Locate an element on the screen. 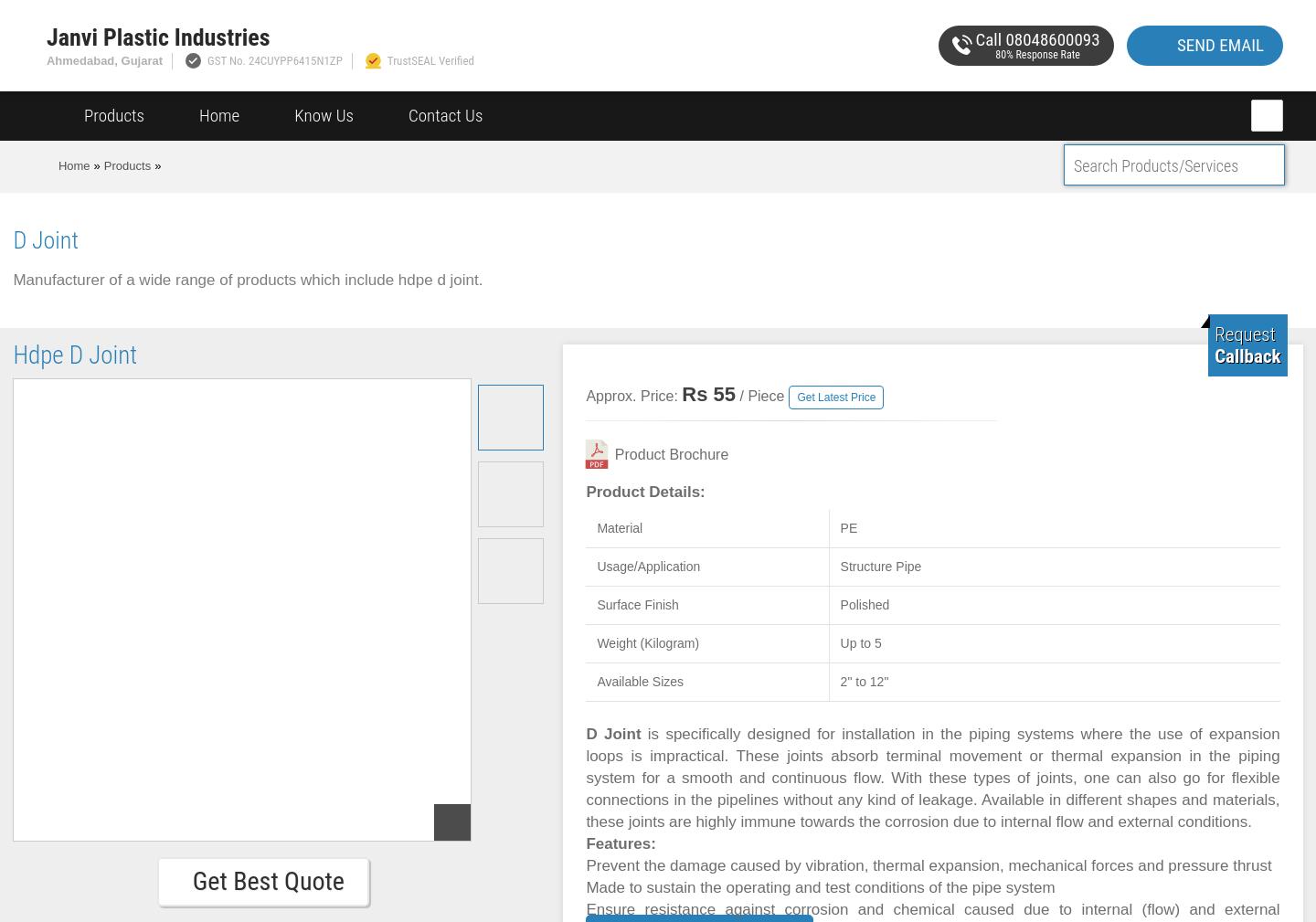  'Callback' is located at coordinates (1246, 355).